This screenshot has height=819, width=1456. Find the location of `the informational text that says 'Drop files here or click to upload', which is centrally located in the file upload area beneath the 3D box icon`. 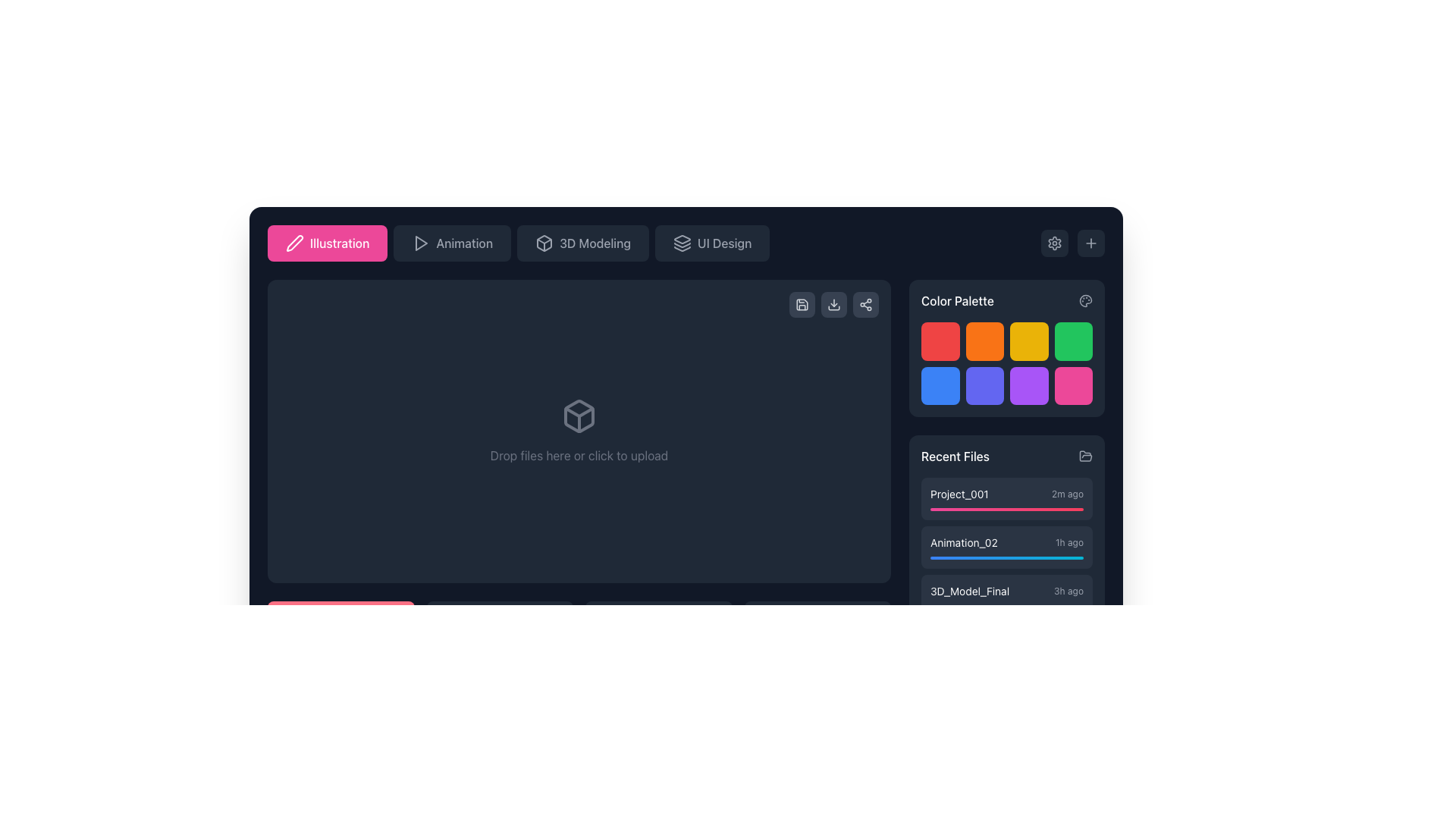

the informational text that says 'Drop files here or click to upload', which is centrally located in the file upload area beneath the 3D box icon is located at coordinates (578, 455).